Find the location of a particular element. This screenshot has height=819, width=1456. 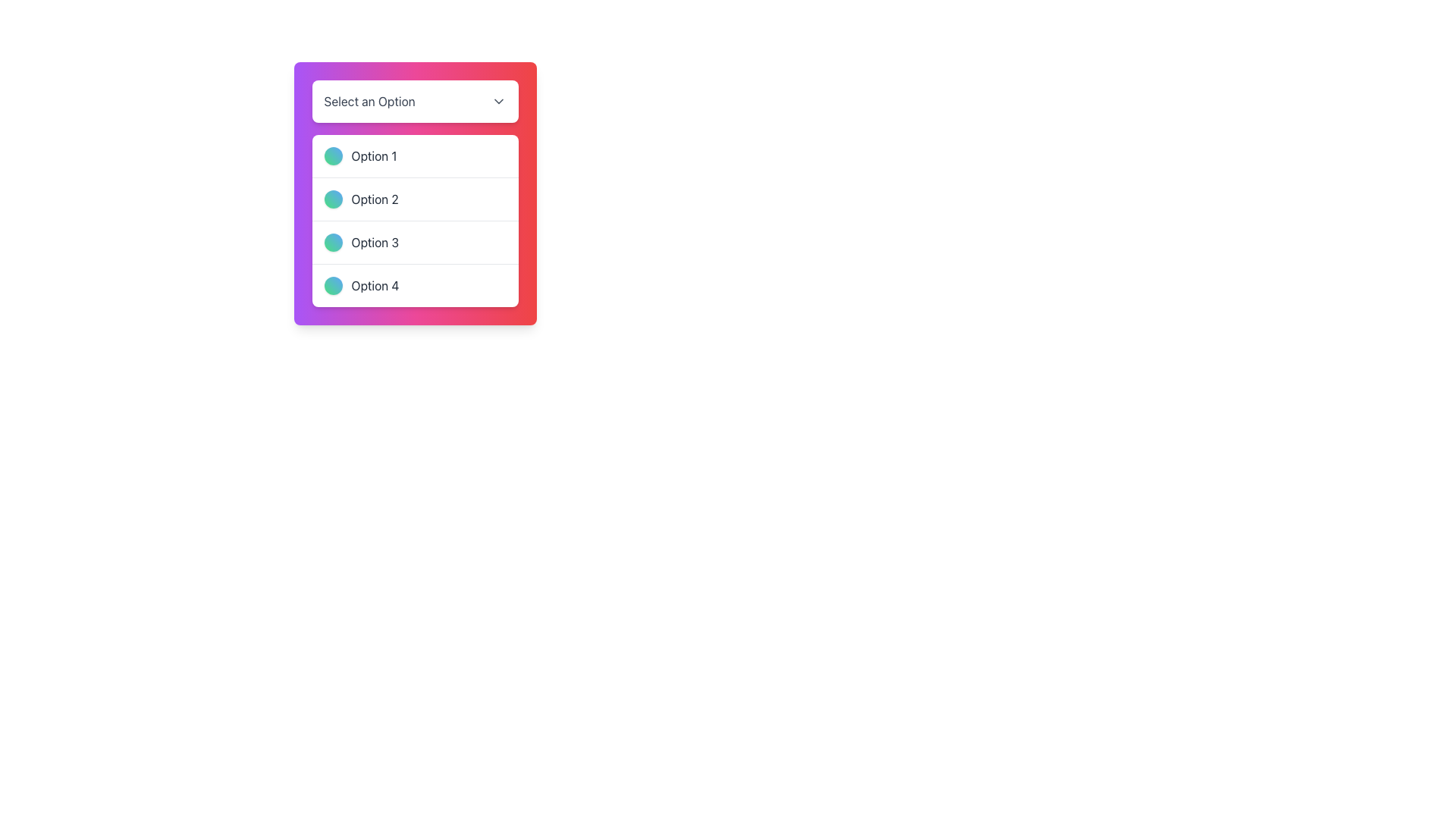

the circular decorative indicator icon aligned to the left of the 'Option 2' label in the dropdown menu is located at coordinates (332, 198).